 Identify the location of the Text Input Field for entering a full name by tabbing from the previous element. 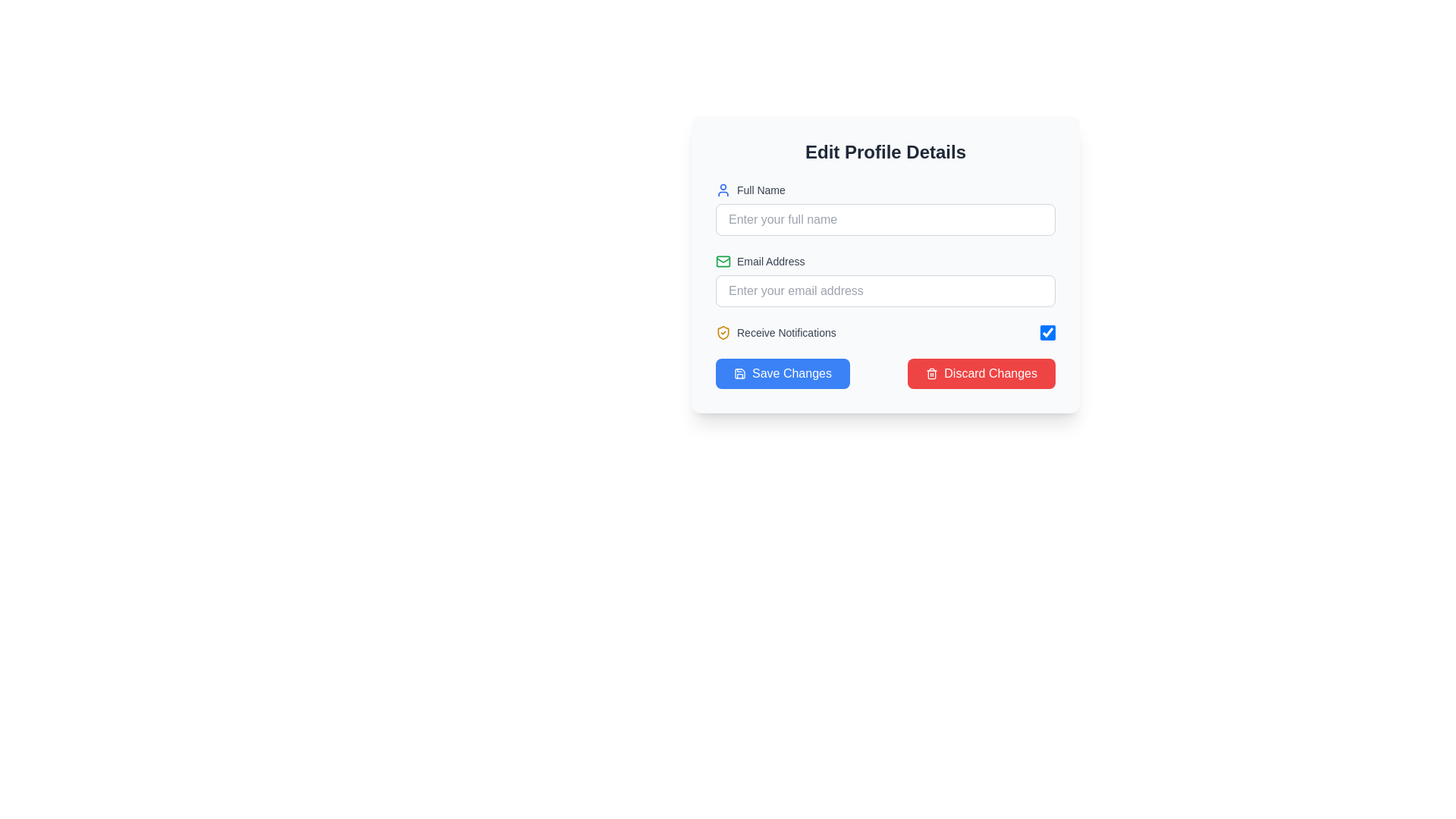
(885, 209).